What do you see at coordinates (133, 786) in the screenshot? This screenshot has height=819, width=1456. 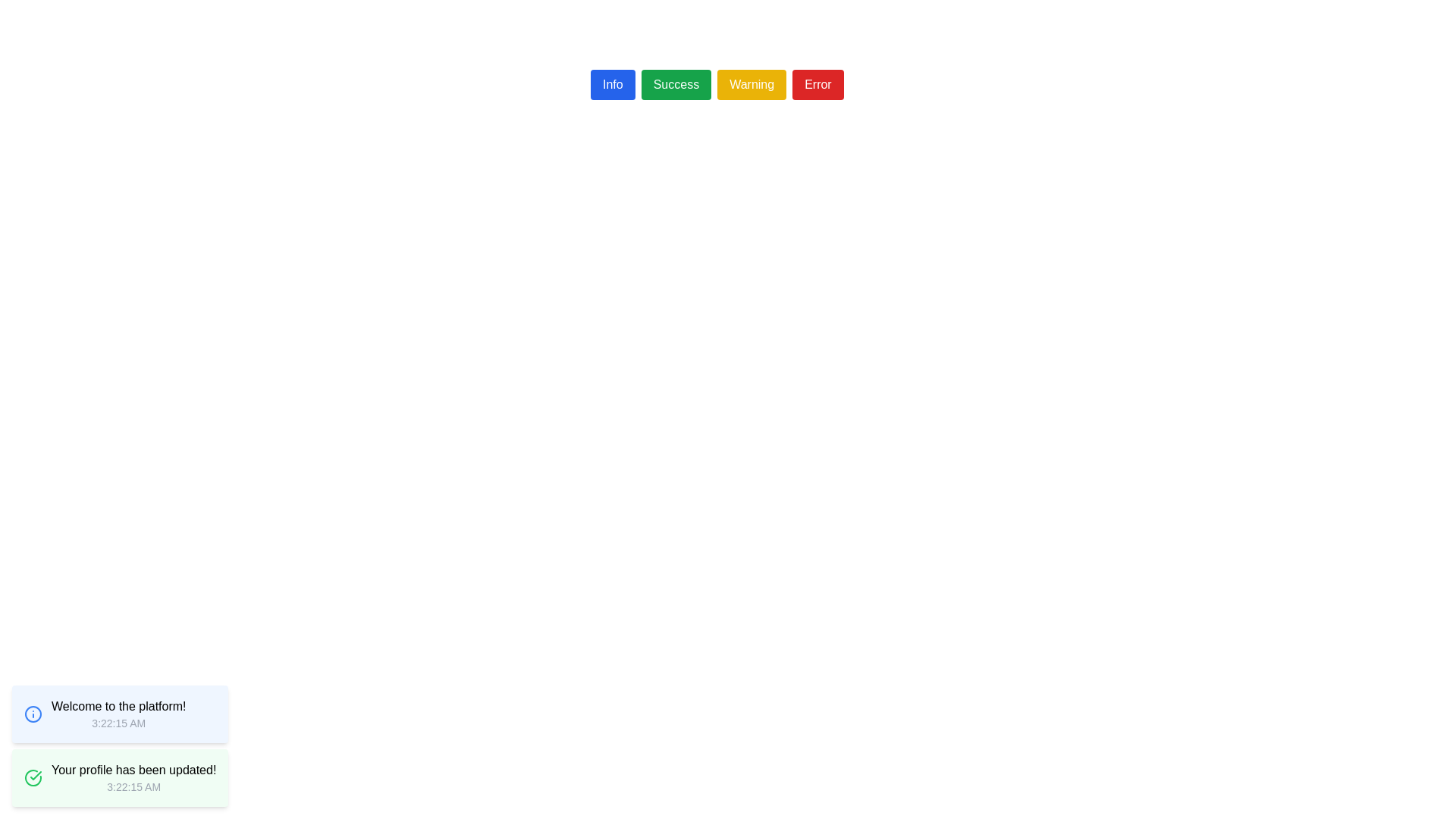 I see `the timestamp text label located at the bottom part of the notification message card, which indicates when the profile update occurred` at bounding box center [133, 786].